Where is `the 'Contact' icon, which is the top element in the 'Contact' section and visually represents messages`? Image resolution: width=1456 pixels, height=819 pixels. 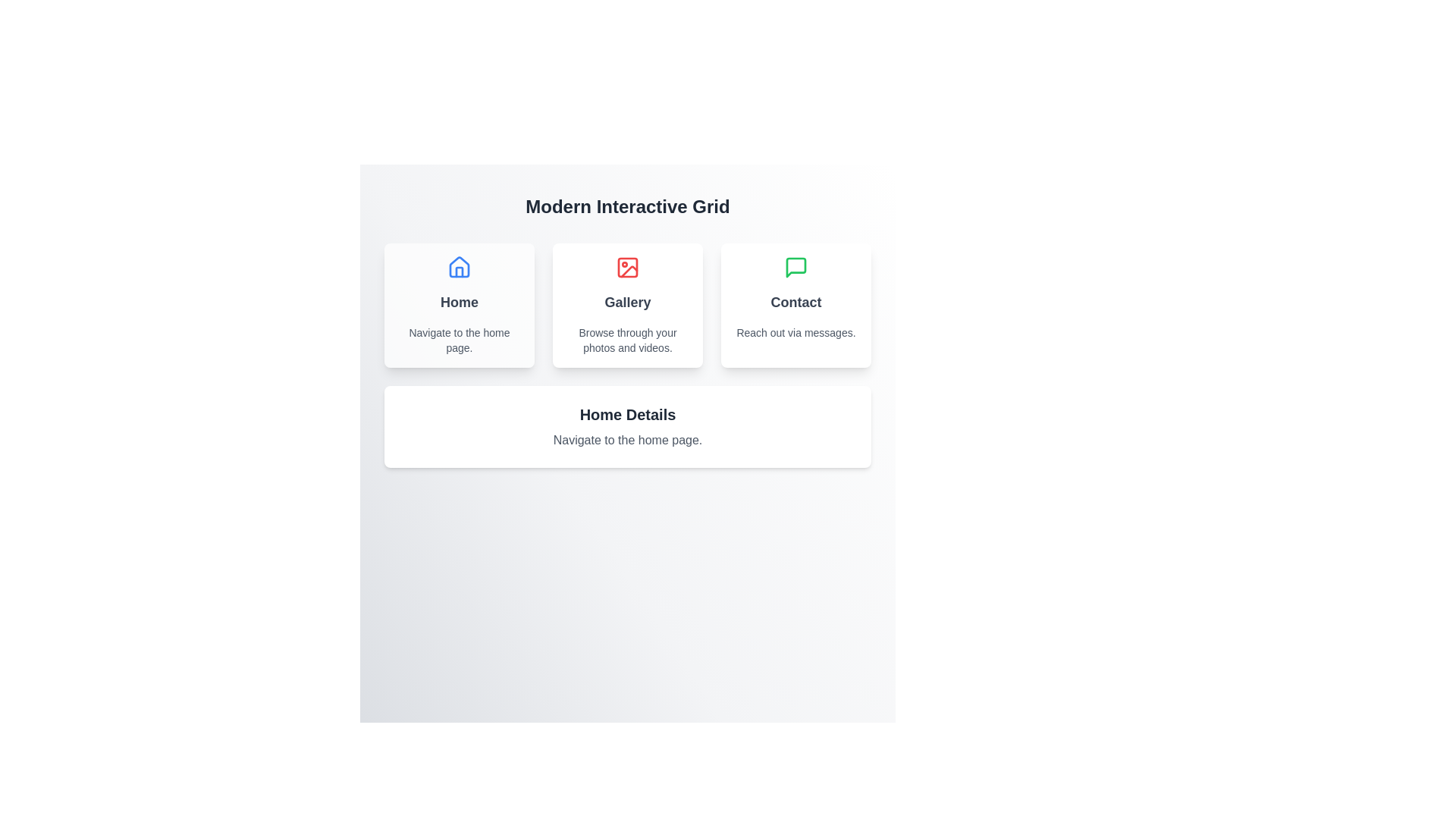 the 'Contact' icon, which is the top element in the 'Contact' section and visually represents messages is located at coordinates (795, 267).